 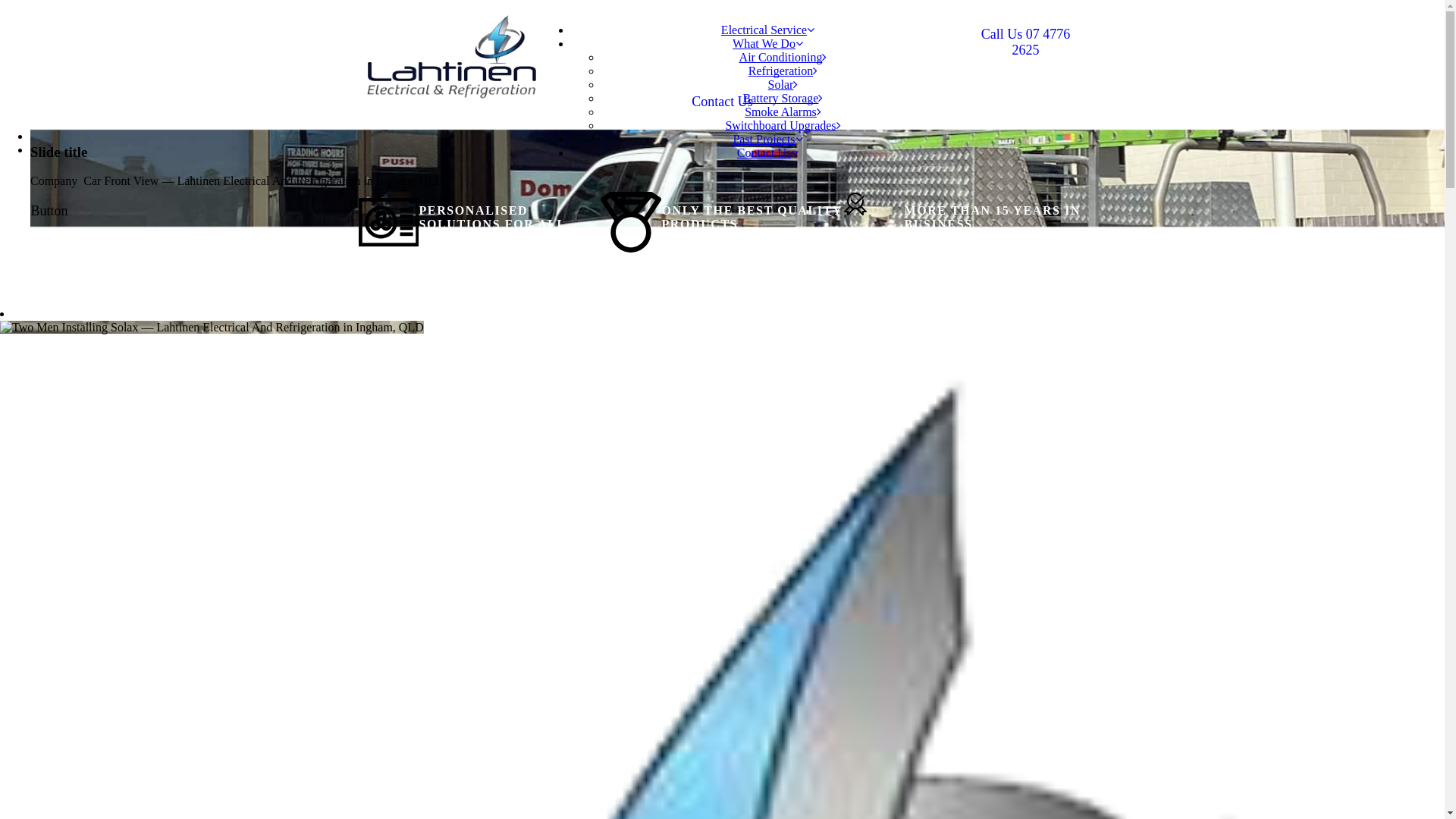 What do you see at coordinates (742, 98) in the screenshot?
I see `'Battery Storage'` at bounding box center [742, 98].